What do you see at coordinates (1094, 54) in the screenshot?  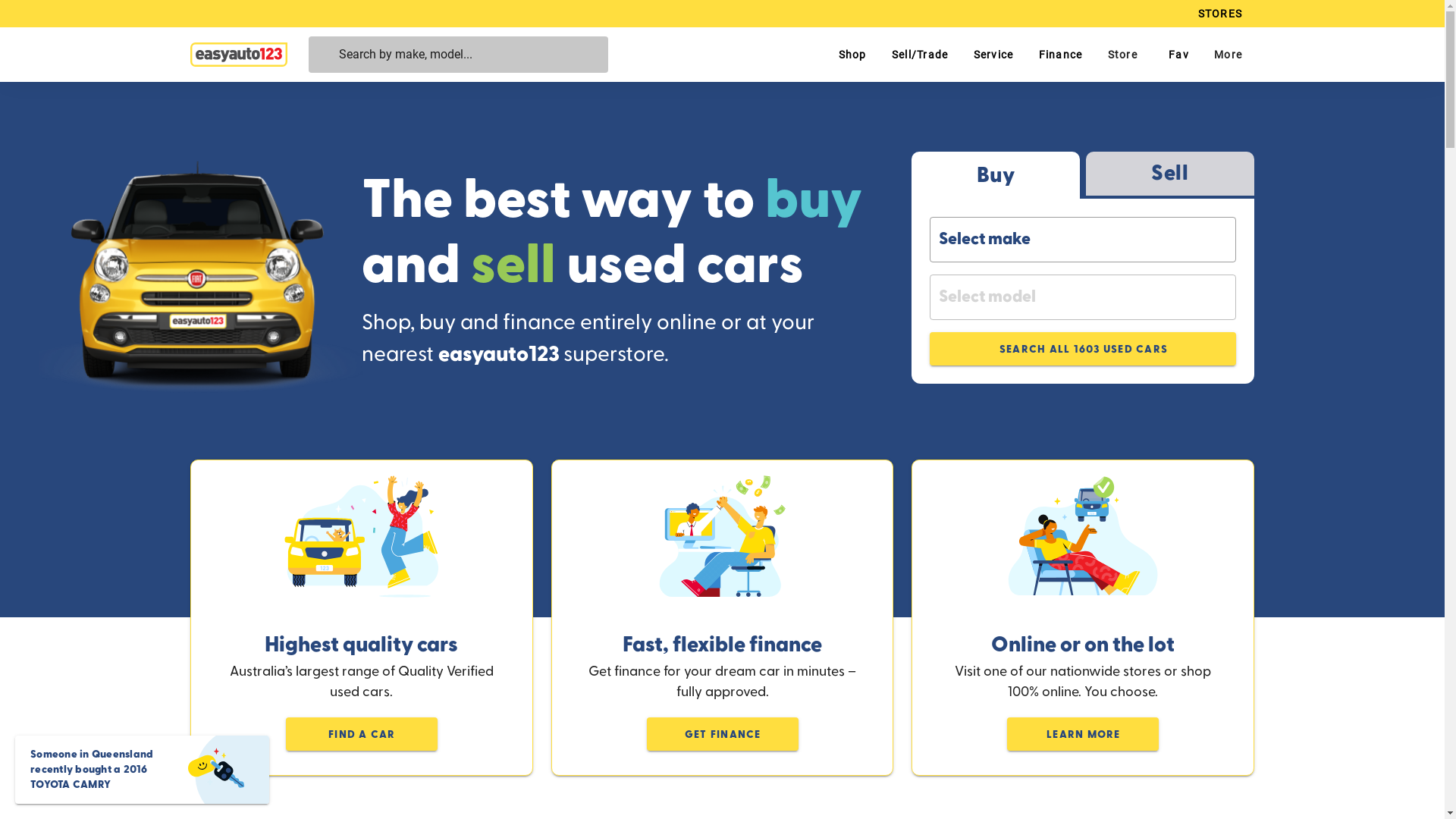 I see `'Store'` at bounding box center [1094, 54].